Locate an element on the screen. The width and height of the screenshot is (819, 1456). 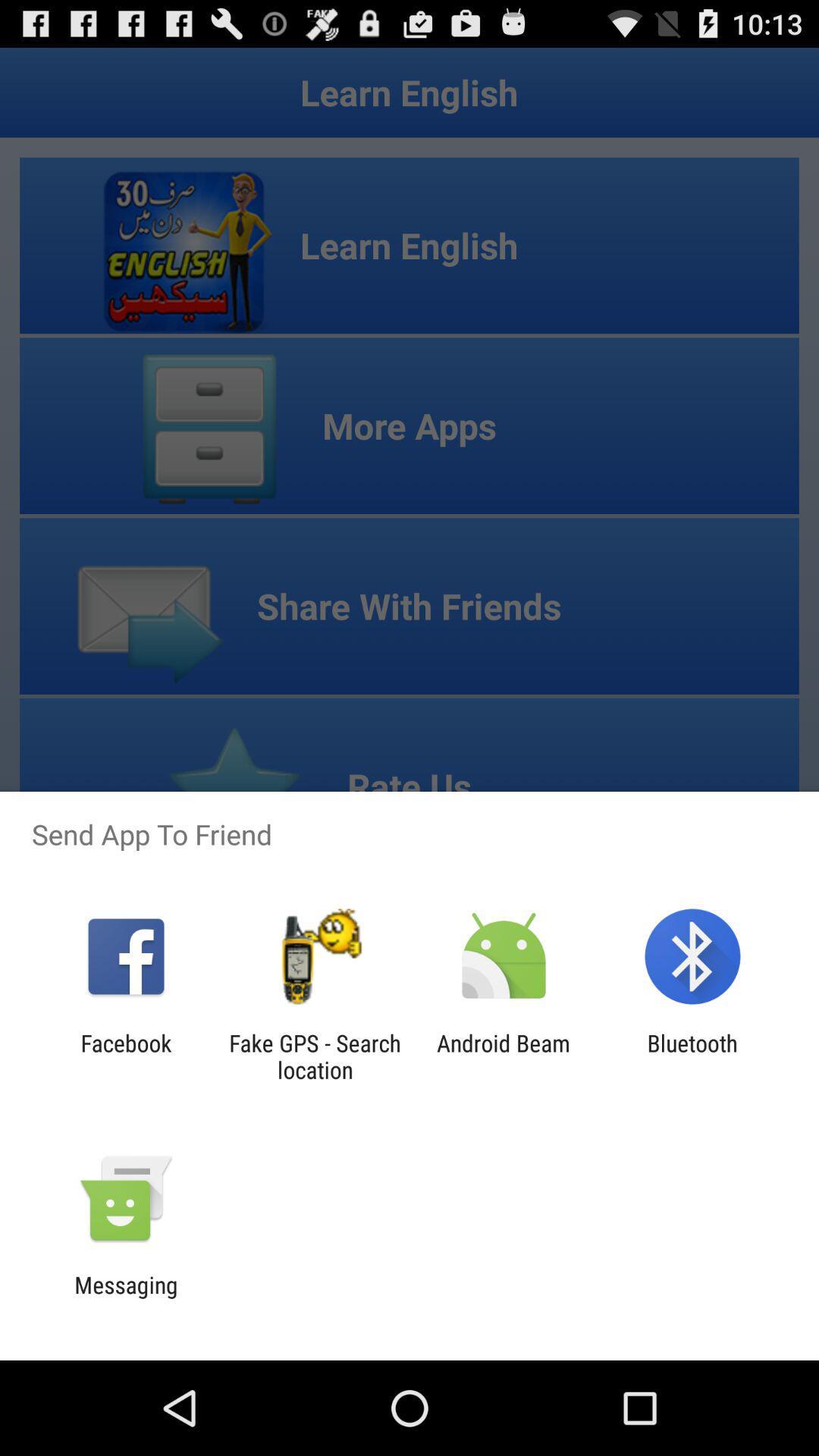
messaging item is located at coordinates (125, 1298).